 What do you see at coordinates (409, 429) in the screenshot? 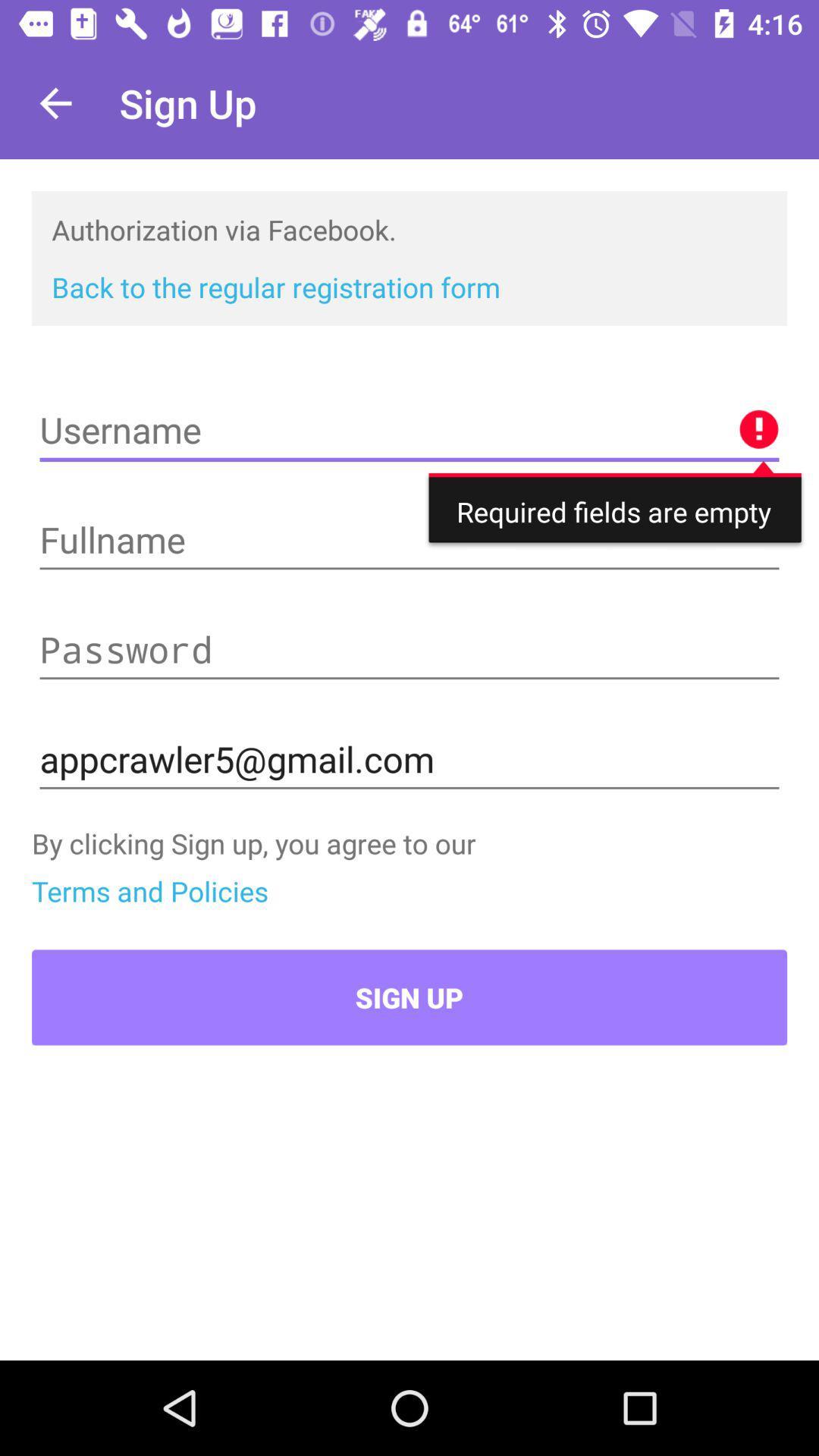
I see `text area` at bounding box center [409, 429].